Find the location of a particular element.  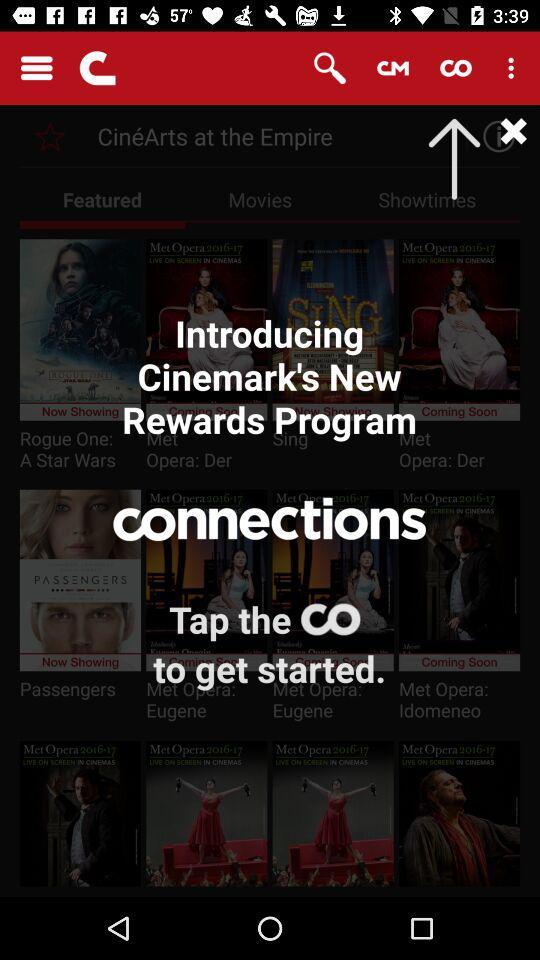

the advertised site is located at coordinates (50, 135).